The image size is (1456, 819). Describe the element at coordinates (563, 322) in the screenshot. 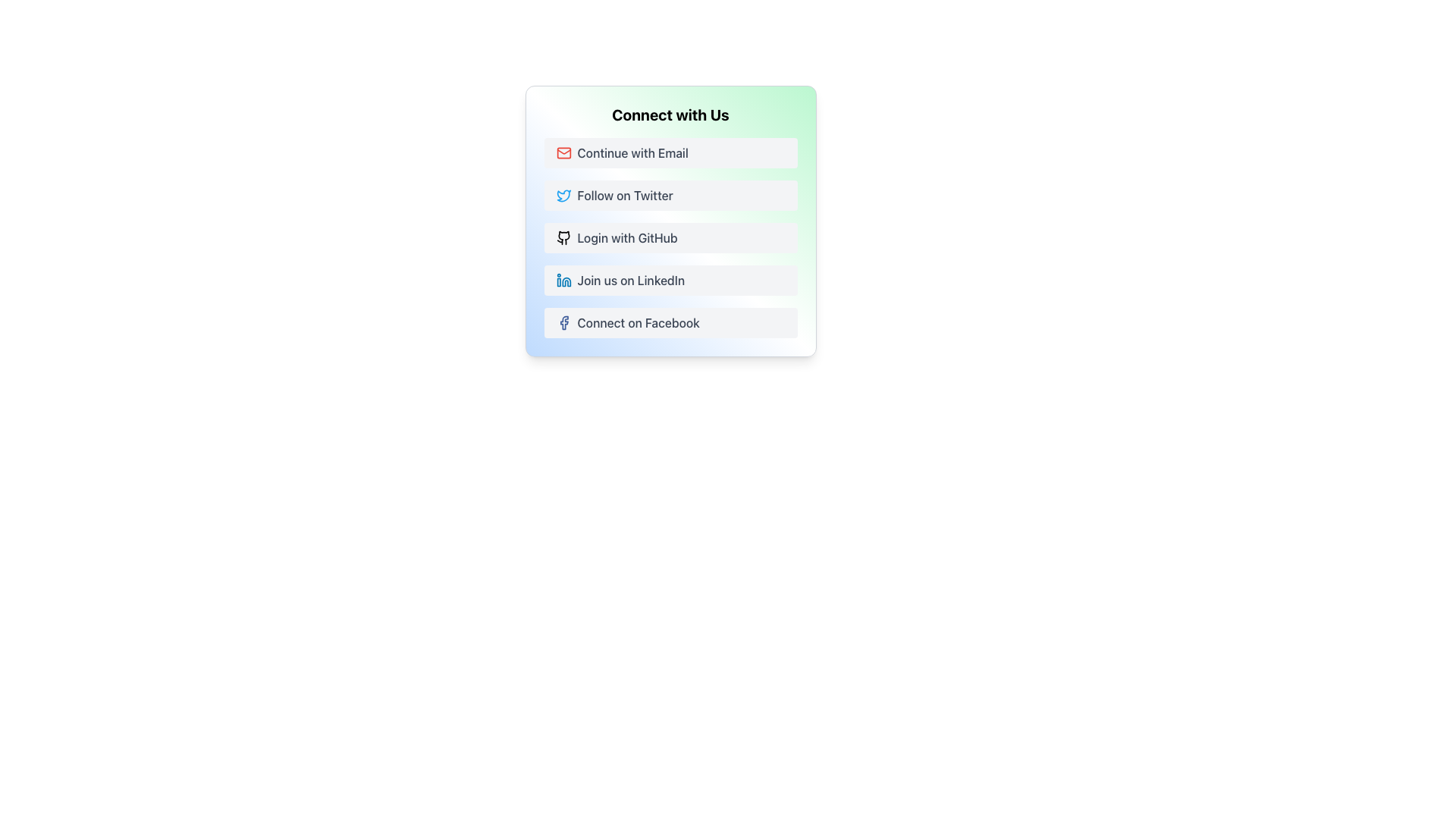

I see `the small Facebook SVG Icon featuring the 'f' symbol, styled with a blue stroke, located in the row labeled 'Connect on Facebook' at the bottommost position of the list` at that location.